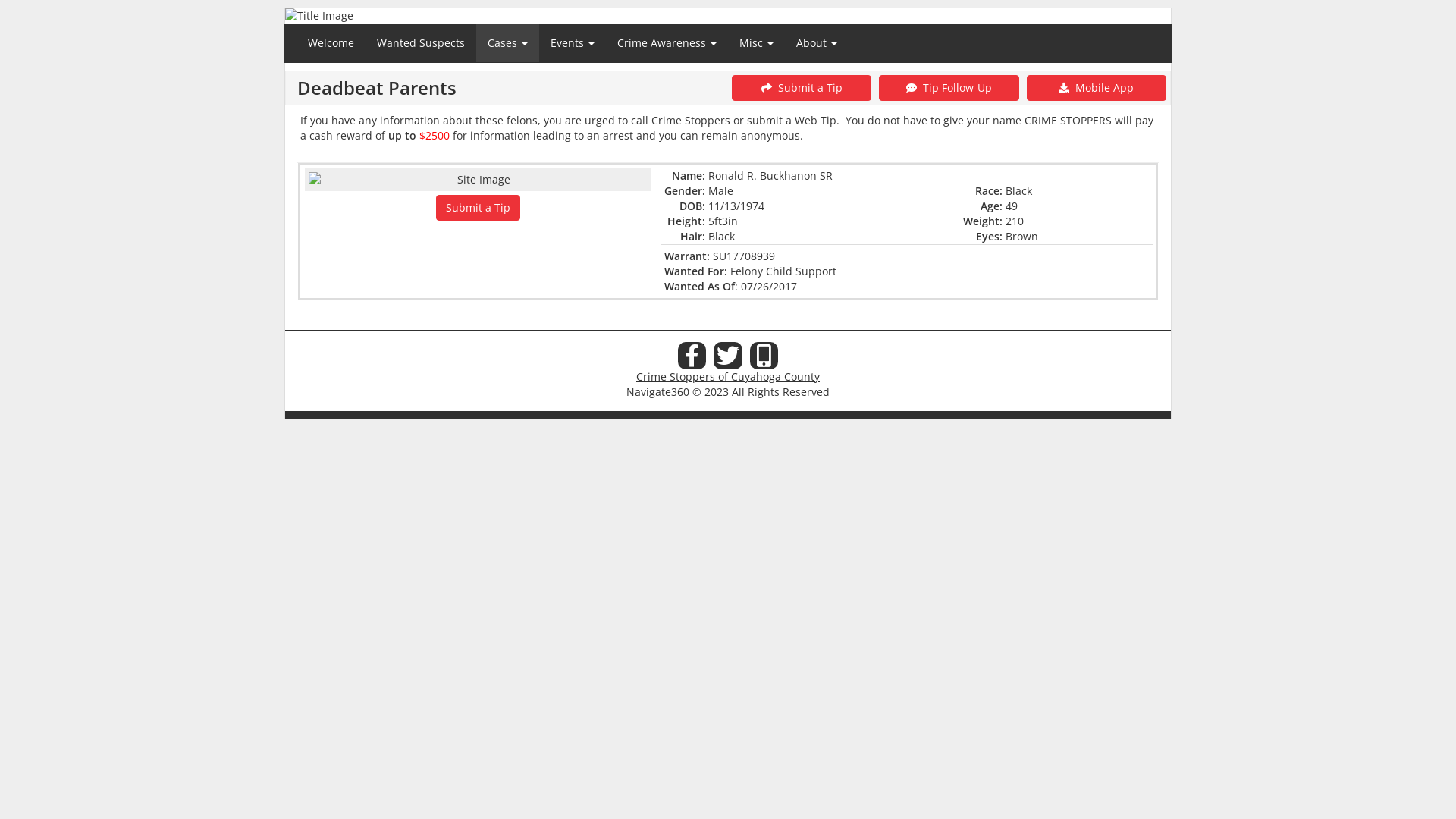  What do you see at coordinates (756, 42) in the screenshot?
I see `'Misc'` at bounding box center [756, 42].